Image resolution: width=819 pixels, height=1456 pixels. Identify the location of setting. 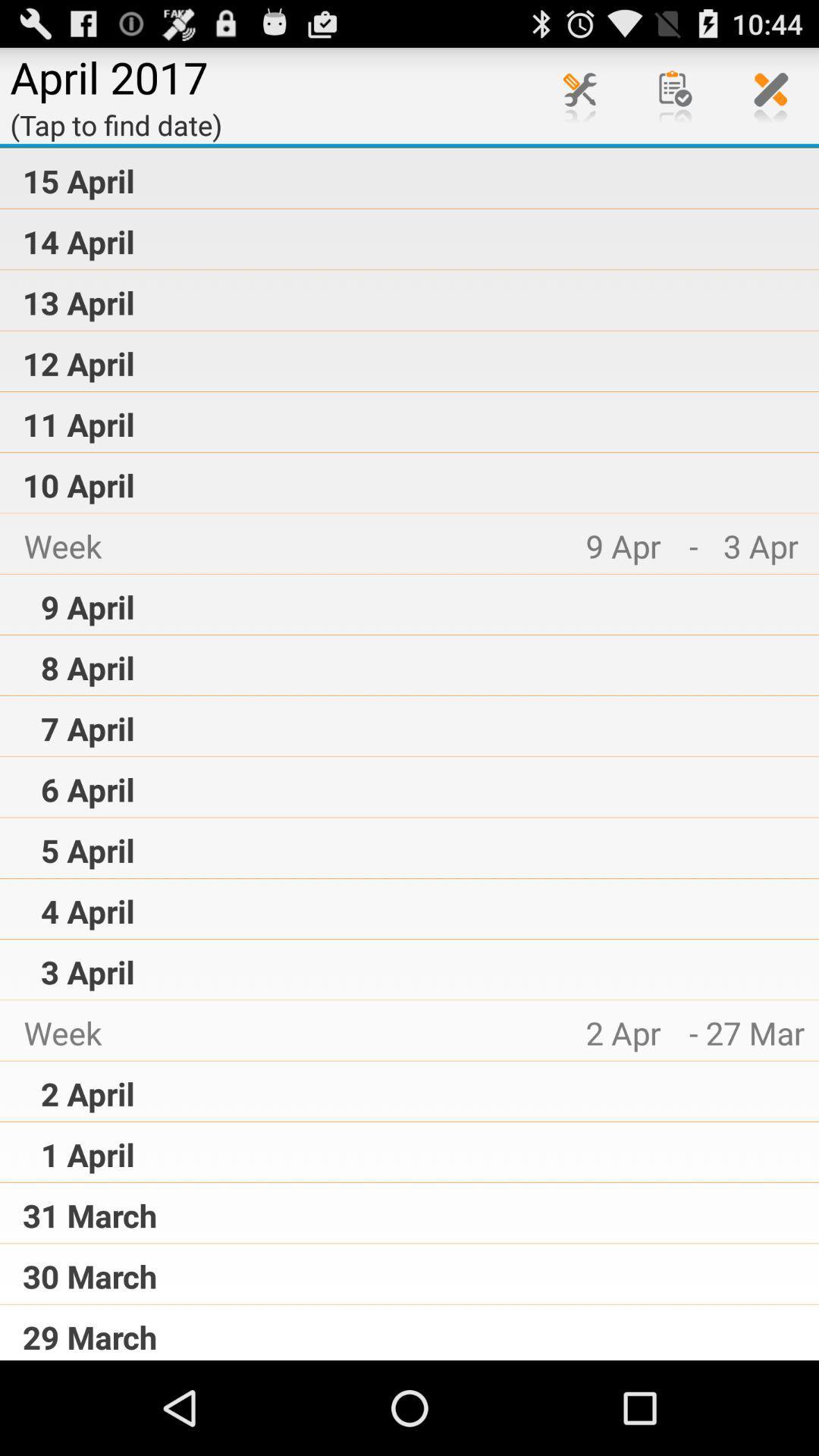
(579, 94).